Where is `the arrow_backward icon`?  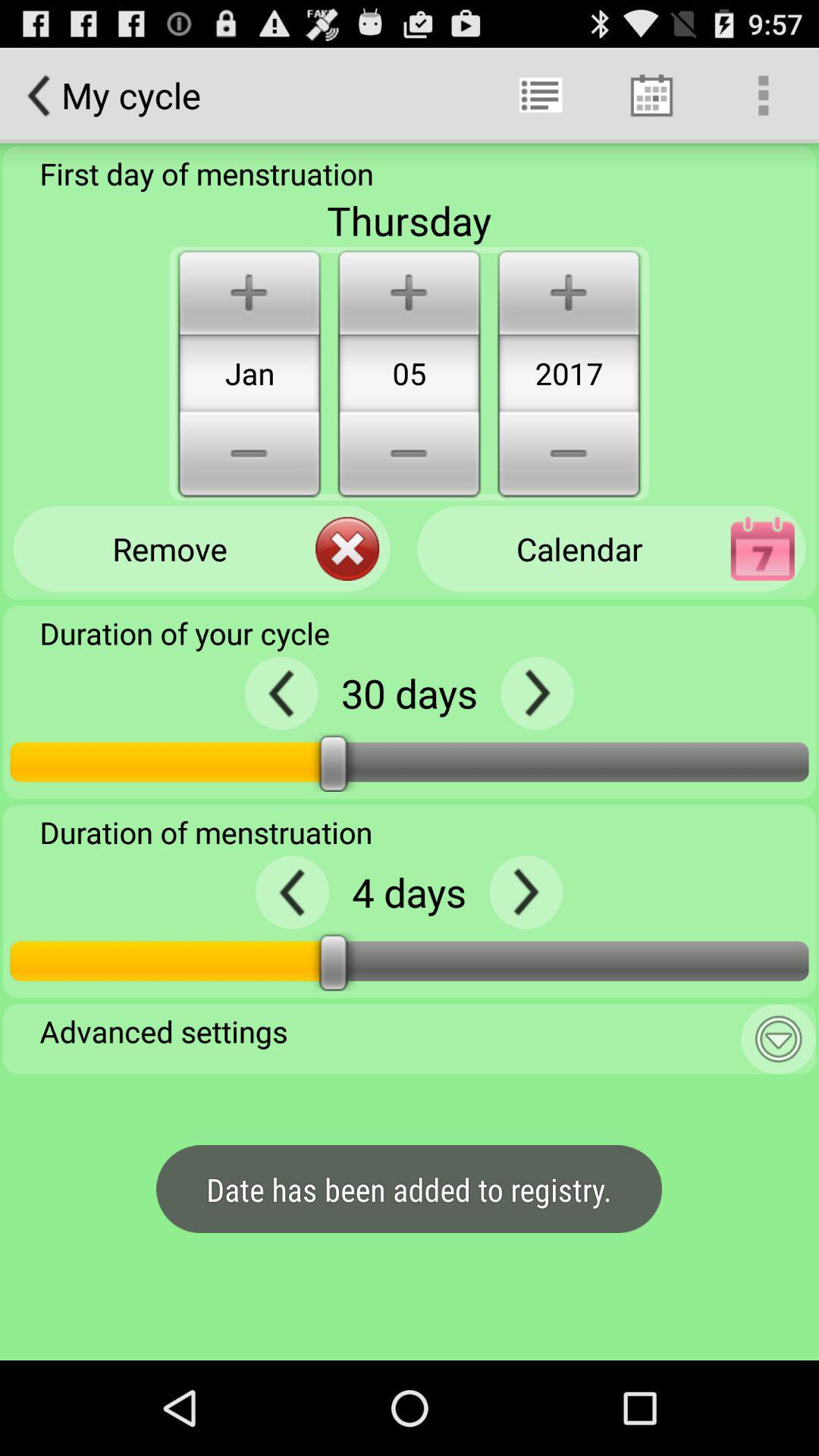 the arrow_backward icon is located at coordinates (281, 742).